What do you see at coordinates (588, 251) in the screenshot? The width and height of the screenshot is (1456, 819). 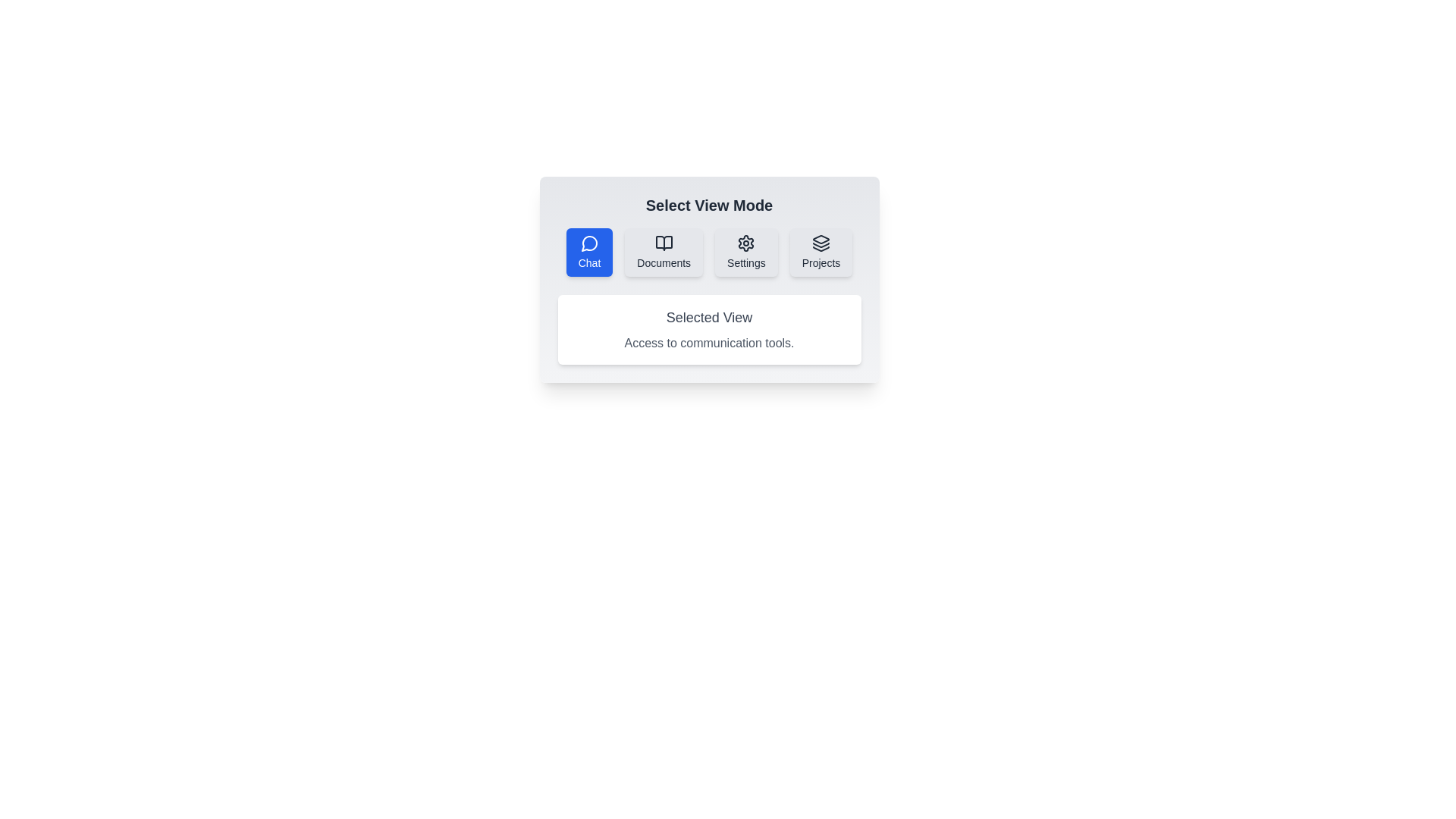 I see `the button labeled 'Chat' to observe its hover effect` at bounding box center [588, 251].